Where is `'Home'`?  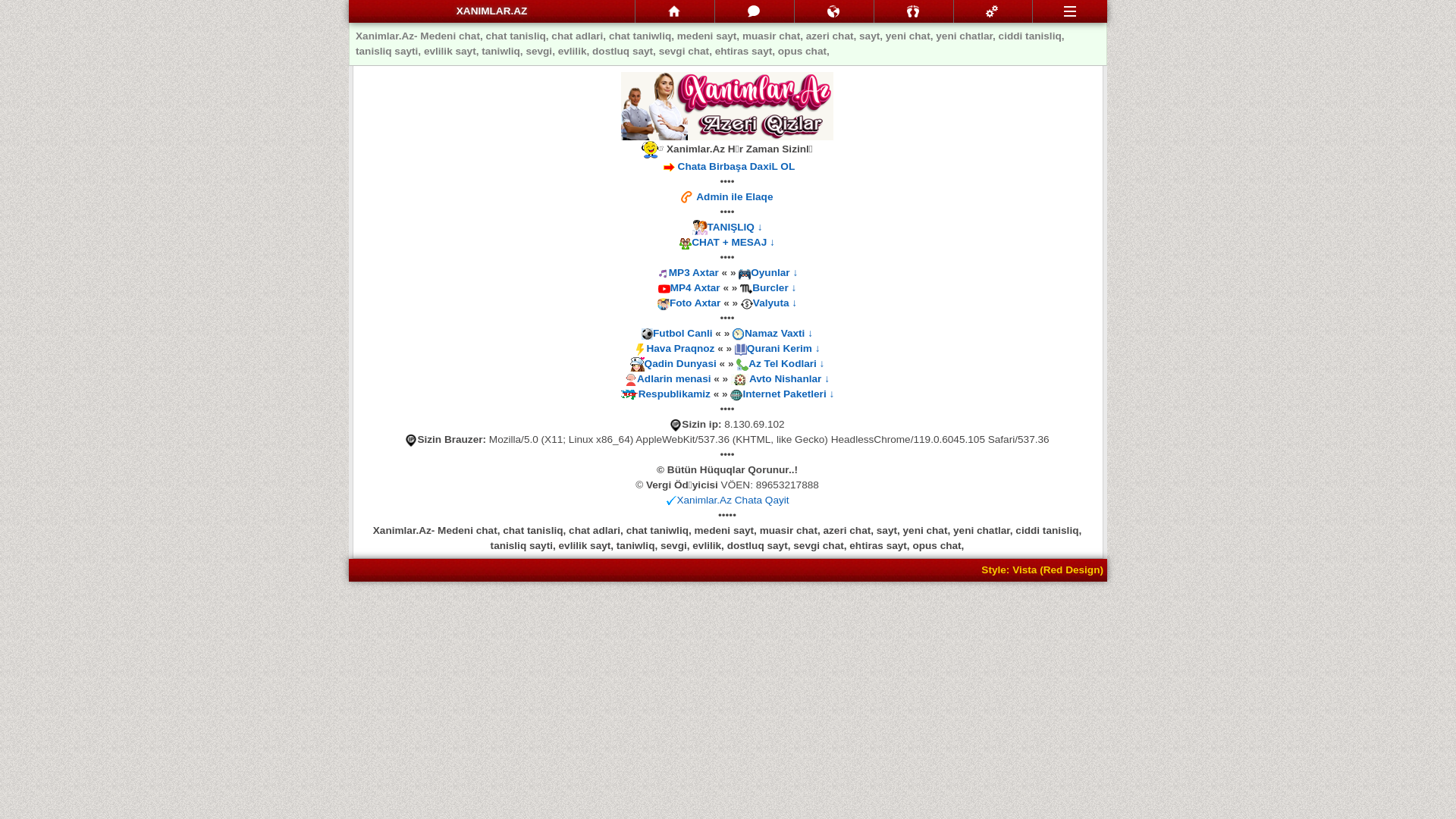
'Home' is located at coordinates (673, 11).